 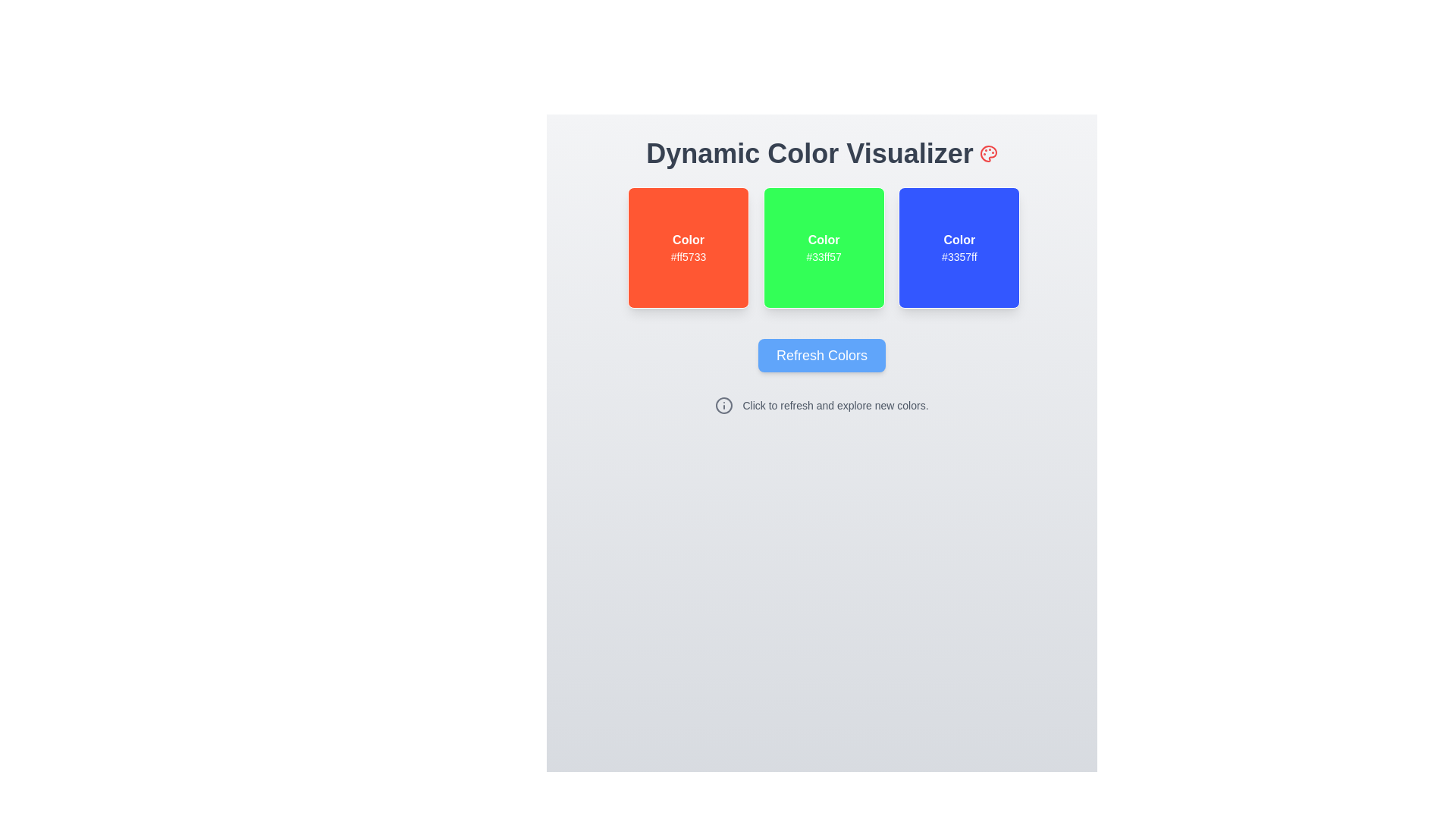 I want to click on the 'Refresh Colors' button, which is a blue rectangular button with white text located below the color sample squares, so click(x=821, y=356).